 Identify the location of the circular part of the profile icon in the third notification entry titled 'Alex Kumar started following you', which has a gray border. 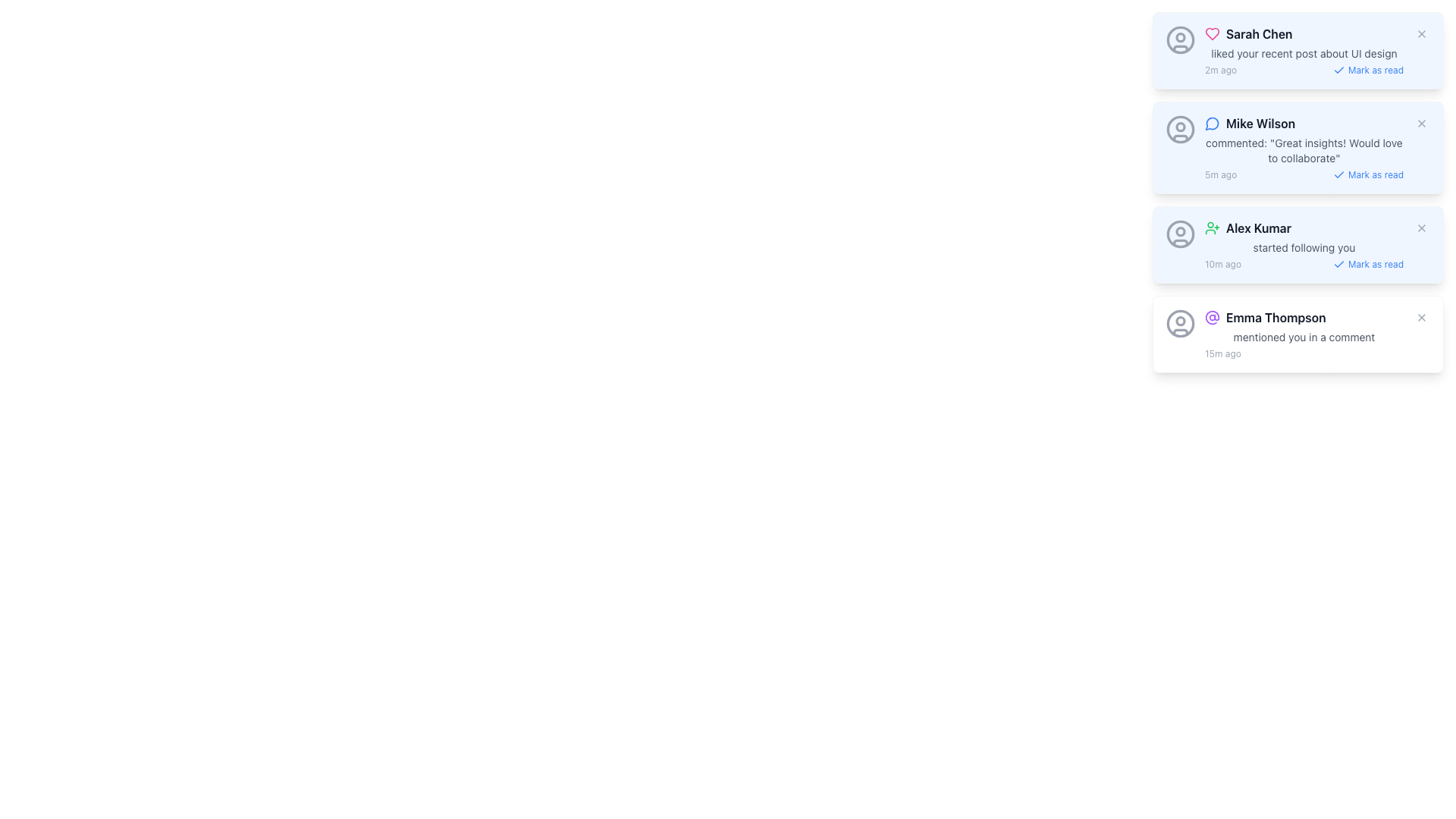
(1179, 234).